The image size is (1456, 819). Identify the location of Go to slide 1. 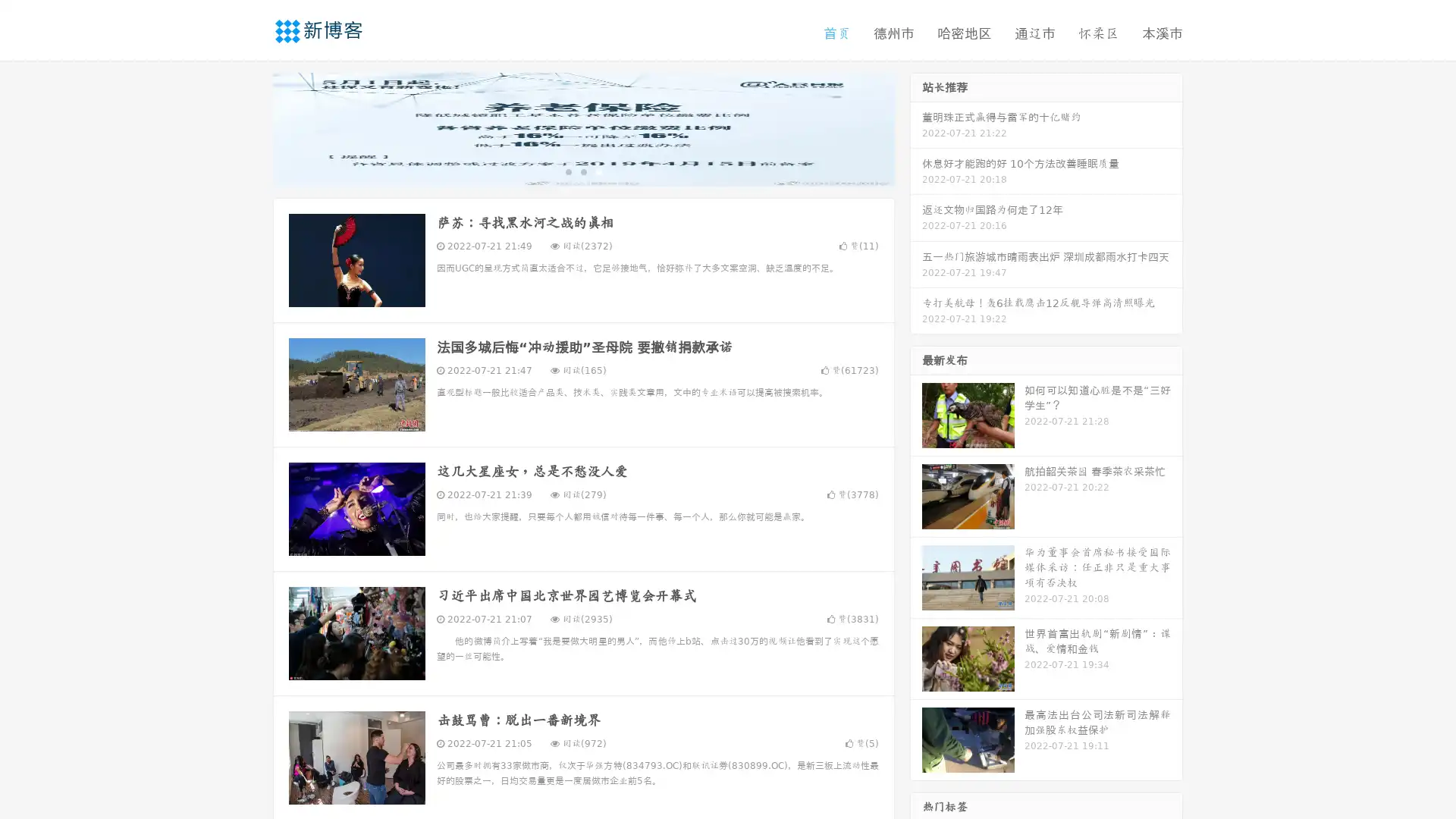
(567, 171).